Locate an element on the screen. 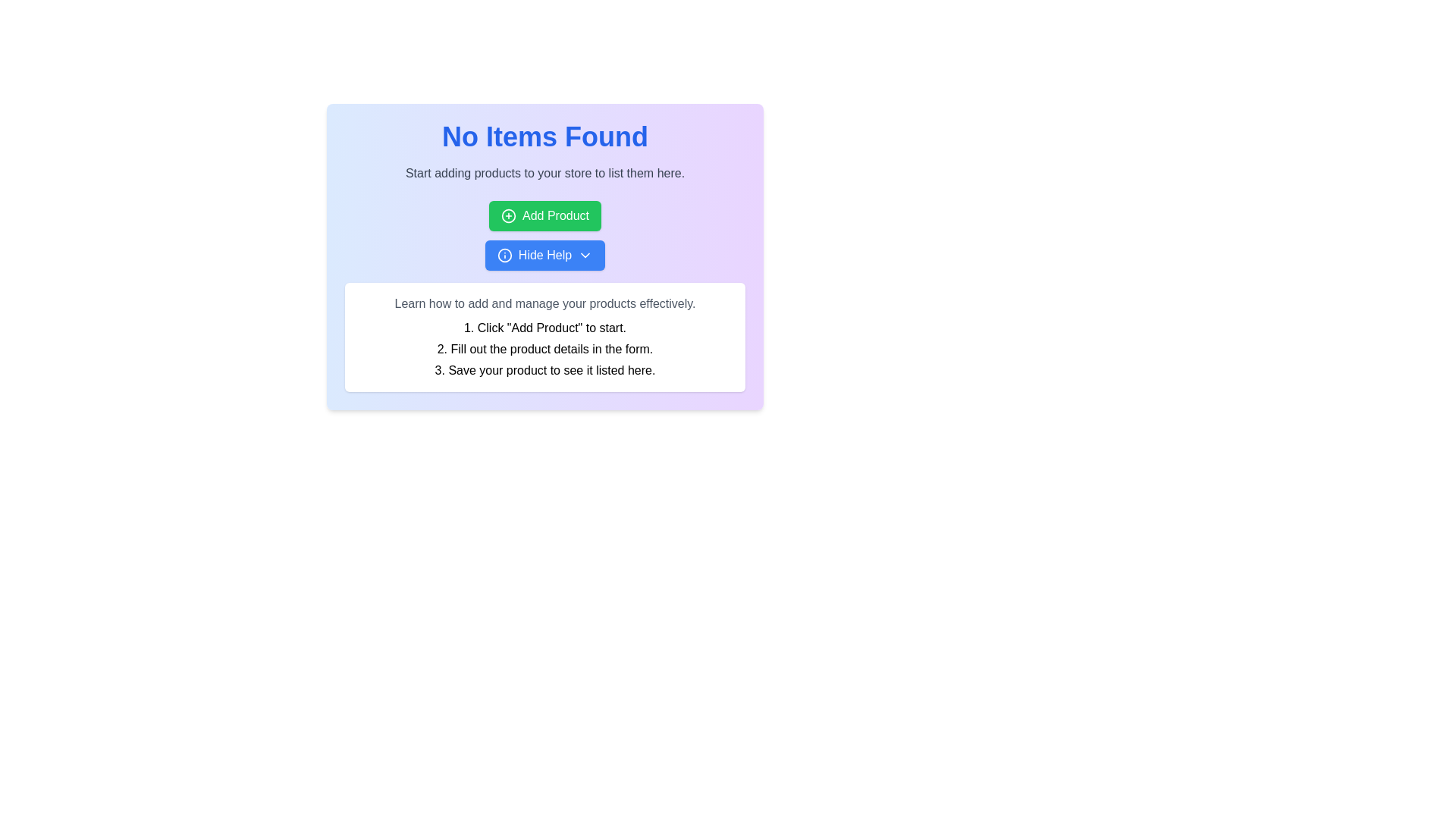  the SVG icon that signifies help or information, located to the left side of the text 'Hide Help' within its button, positioned below the 'Add Product' button is located at coordinates (504, 254).